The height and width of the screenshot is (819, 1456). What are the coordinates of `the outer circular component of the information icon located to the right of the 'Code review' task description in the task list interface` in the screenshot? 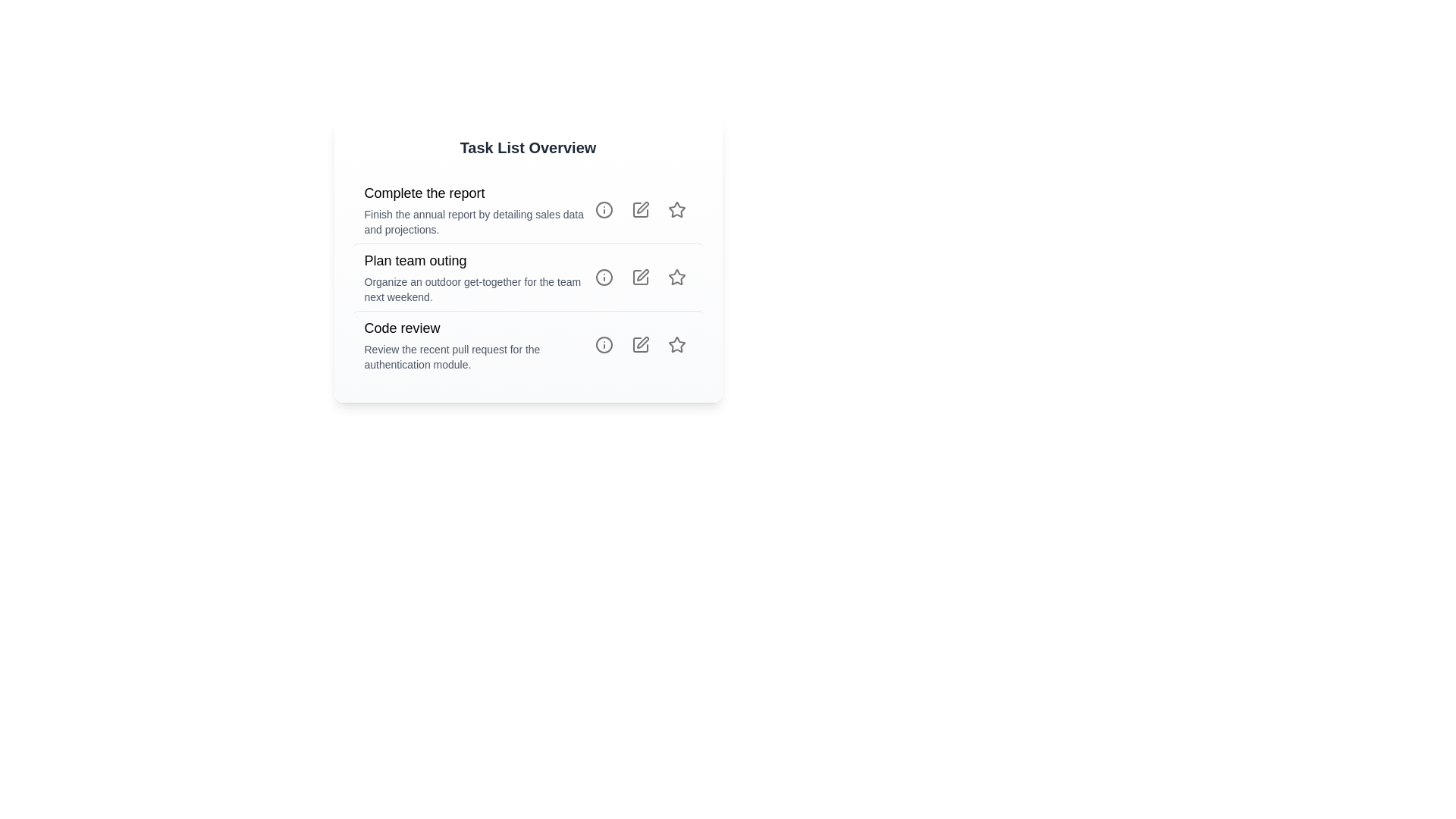 It's located at (603, 345).